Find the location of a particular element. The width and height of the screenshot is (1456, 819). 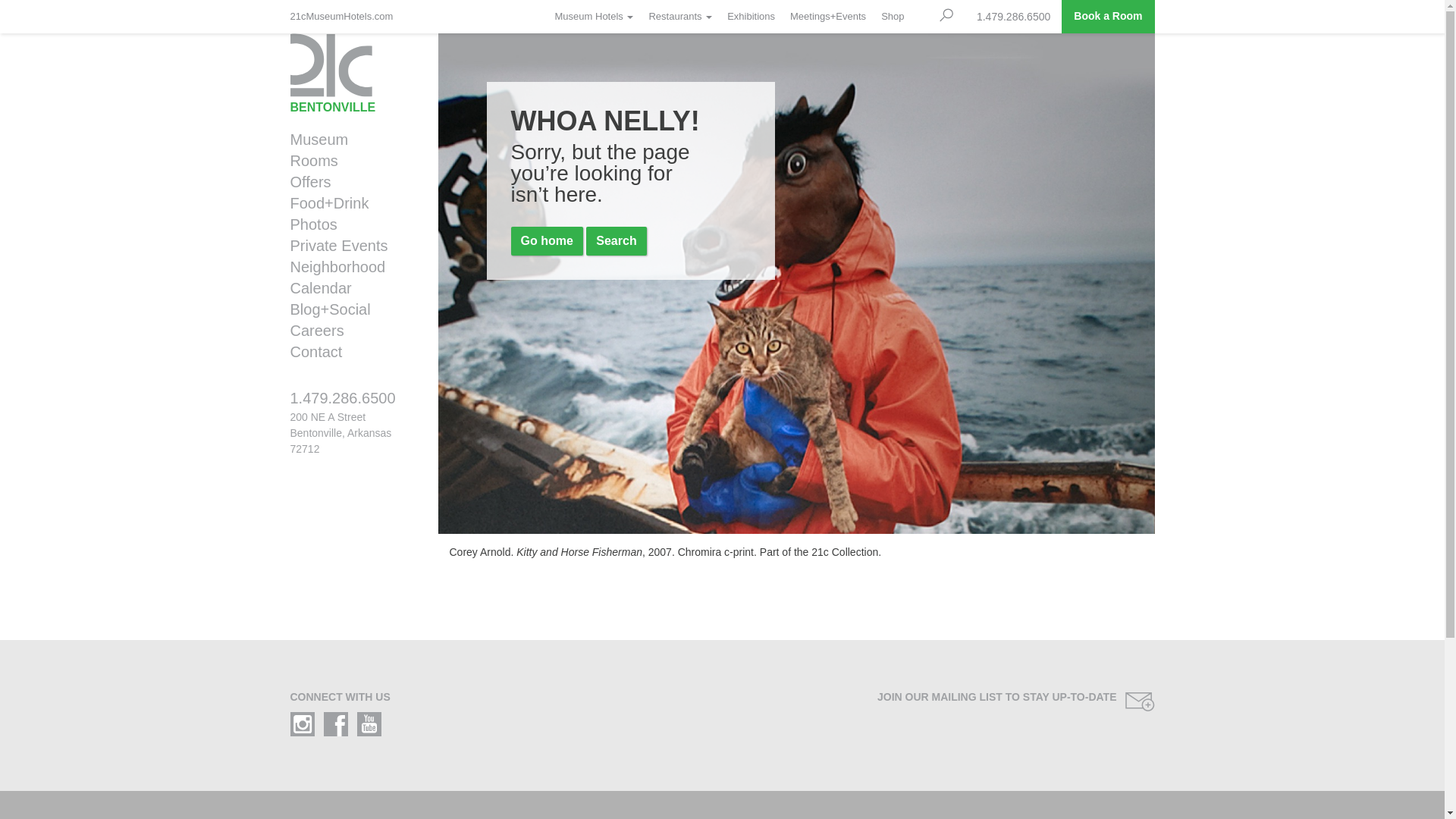

'Contact' is located at coordinates (347, 351).